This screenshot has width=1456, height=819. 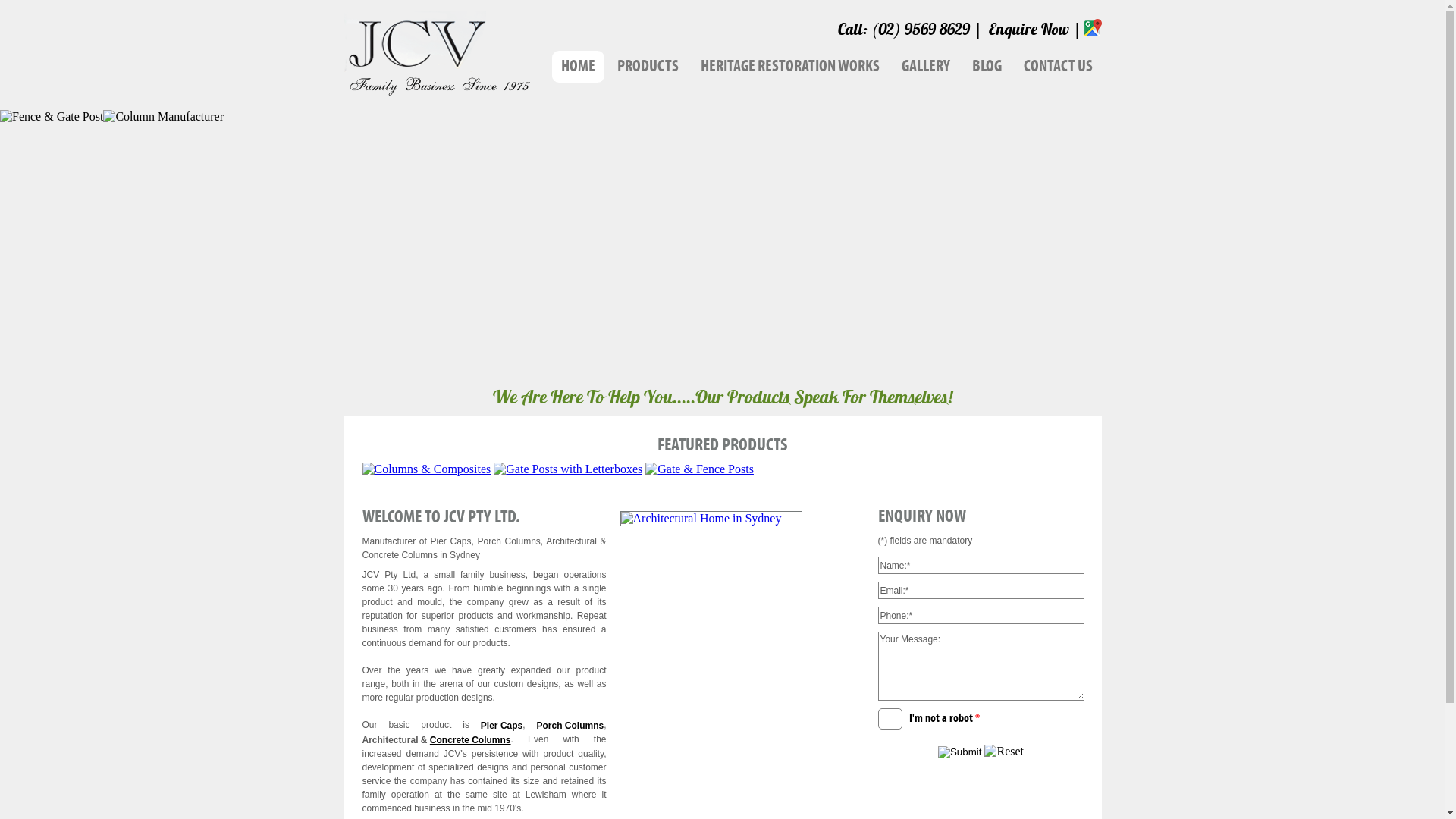 I want to click on 'Reset', so click(x=1004, y=752).